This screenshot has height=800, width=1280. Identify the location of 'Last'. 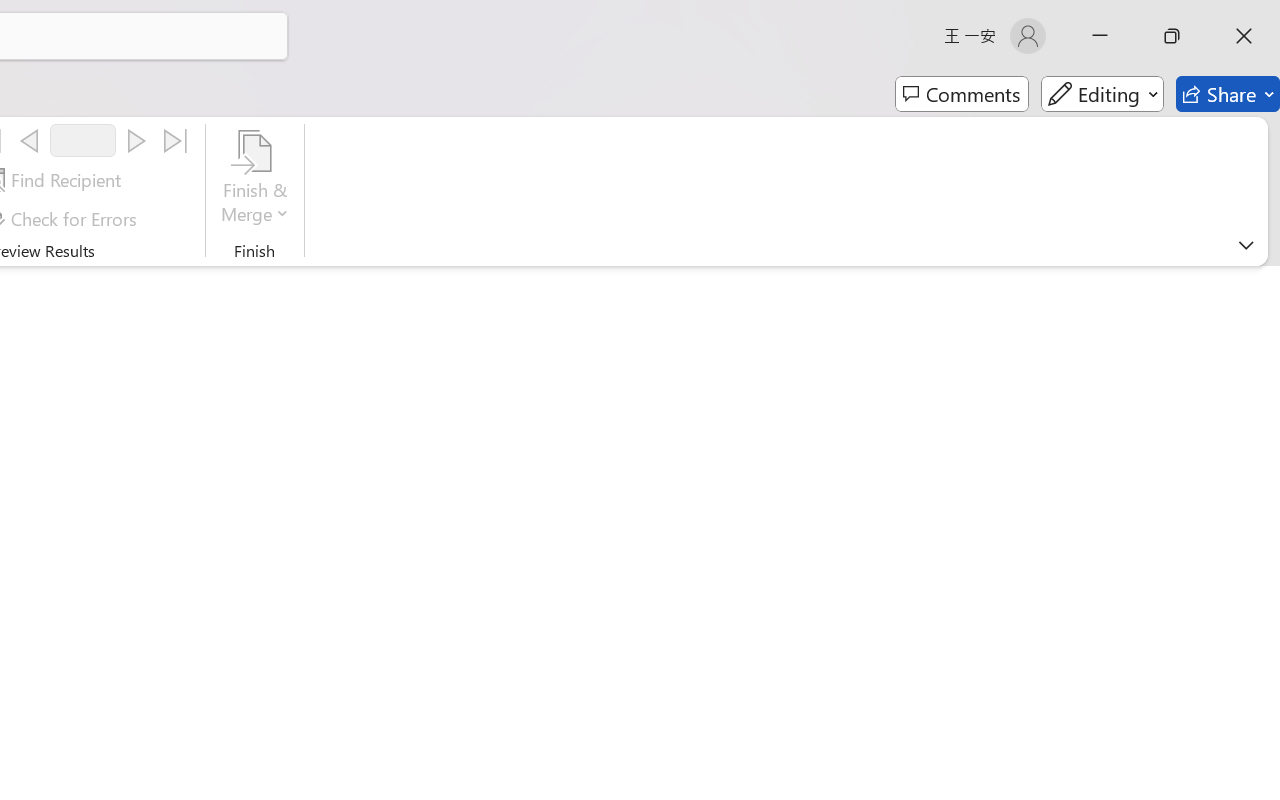
(176, 141).